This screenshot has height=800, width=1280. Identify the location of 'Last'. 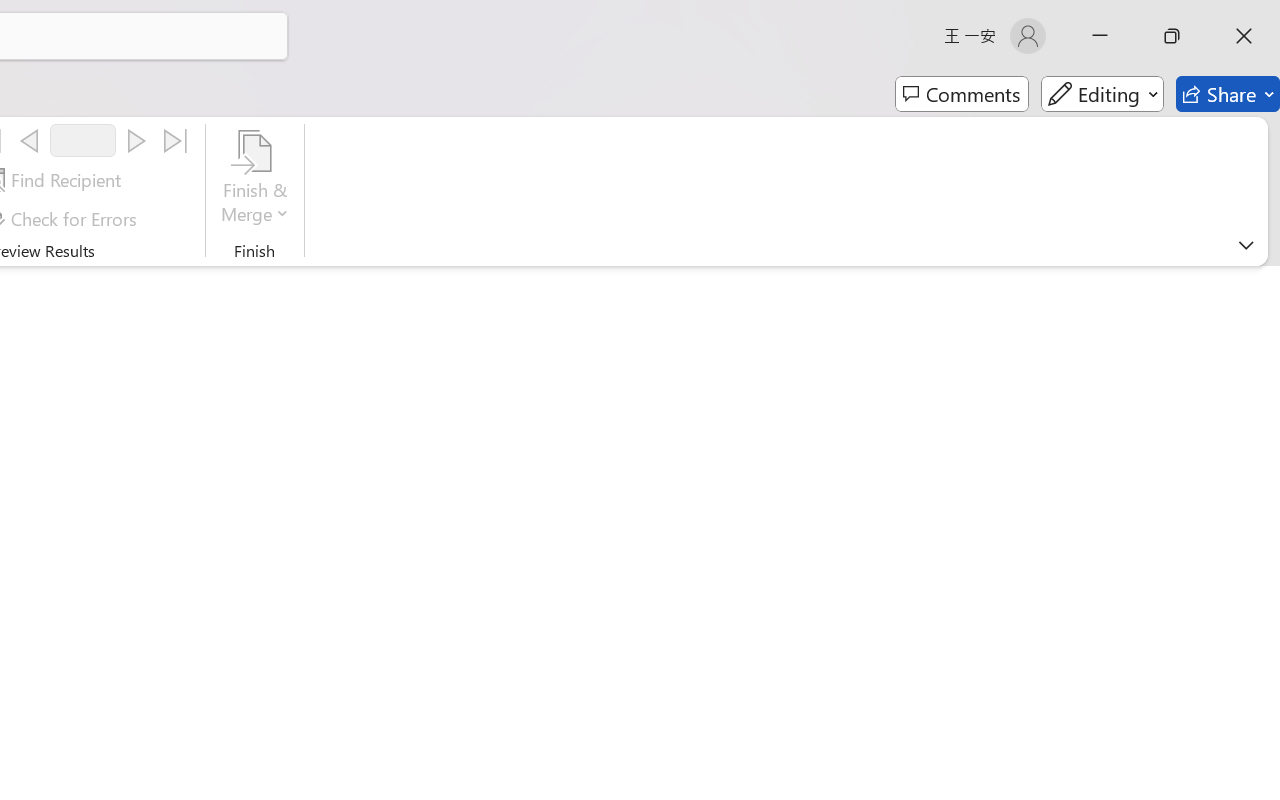
(176, 141).